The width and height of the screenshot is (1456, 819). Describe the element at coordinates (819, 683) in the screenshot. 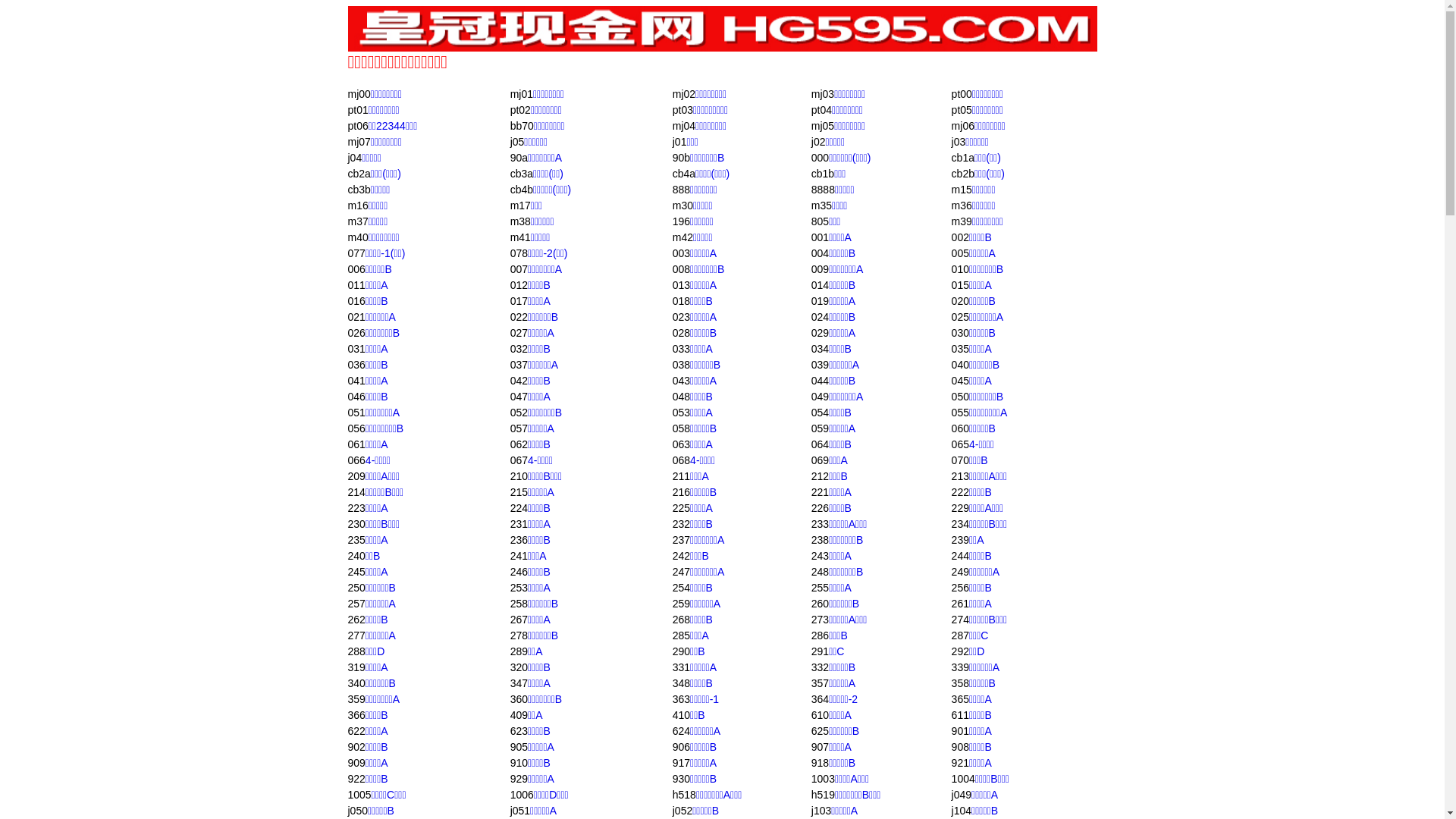

I see `'357'` at that location.